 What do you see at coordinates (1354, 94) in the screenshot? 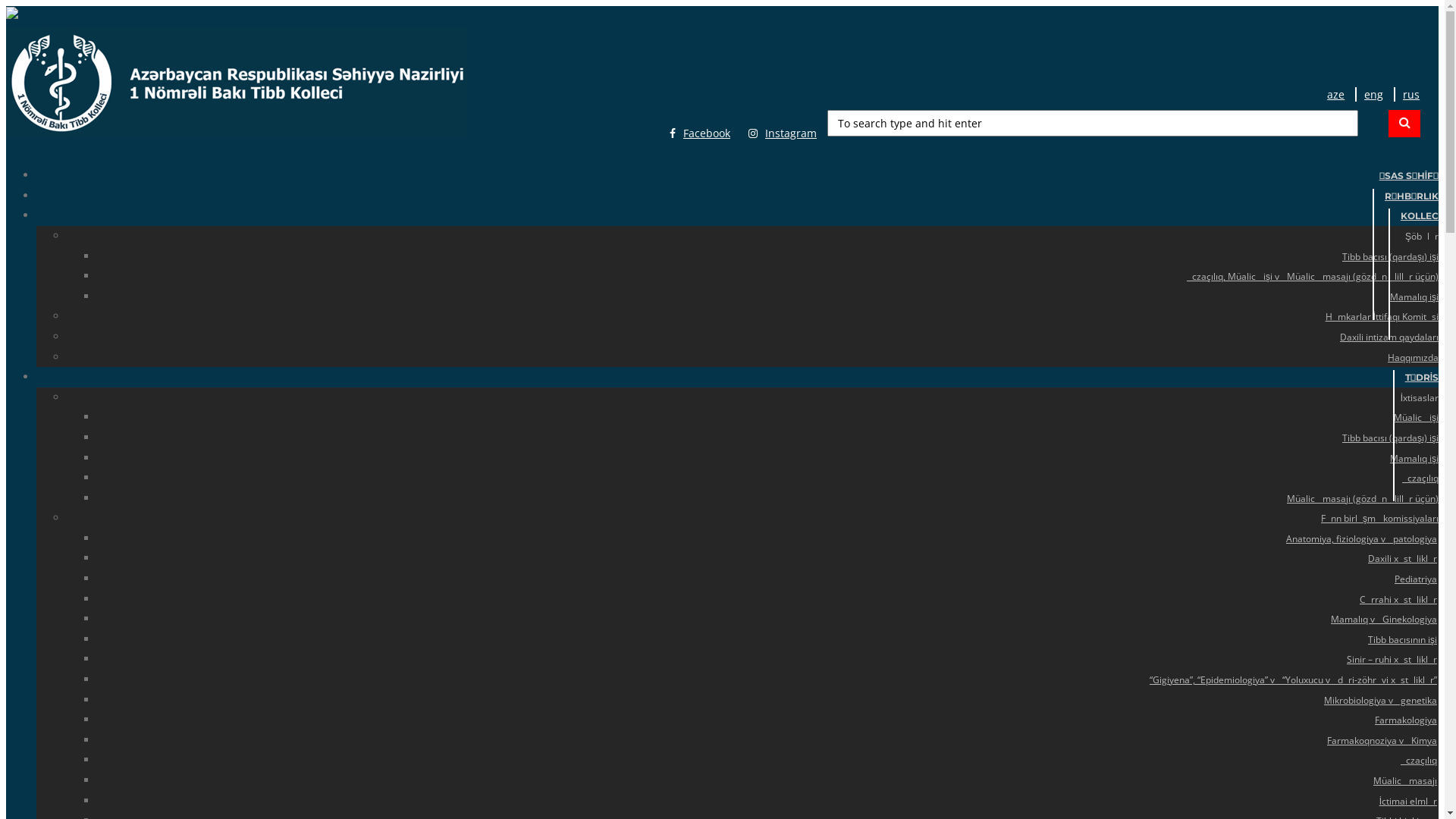
I see `'eng'` at bounding box center [1354, 94].